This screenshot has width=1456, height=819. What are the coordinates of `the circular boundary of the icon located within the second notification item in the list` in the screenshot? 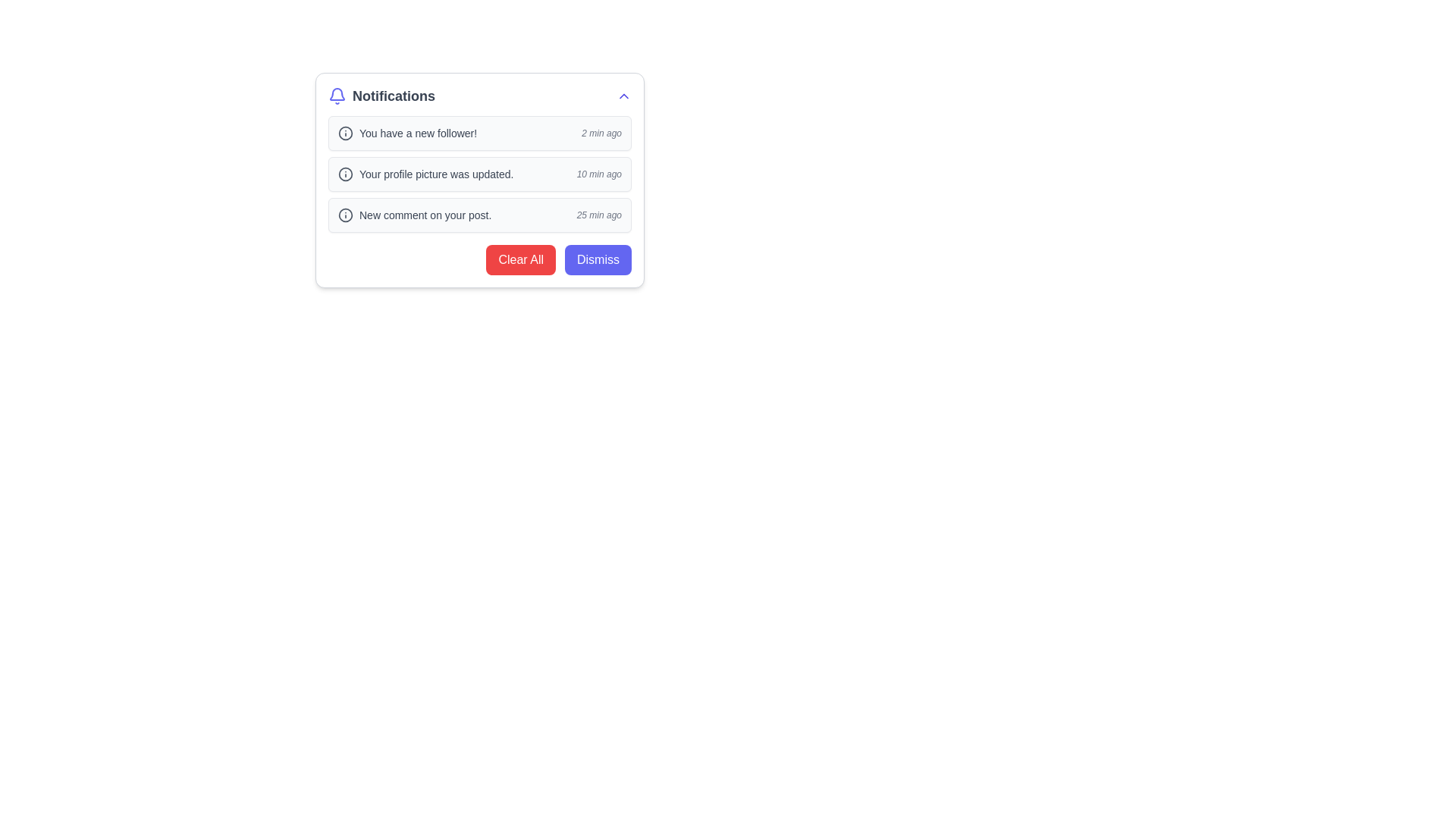 It's located at (345, 174).